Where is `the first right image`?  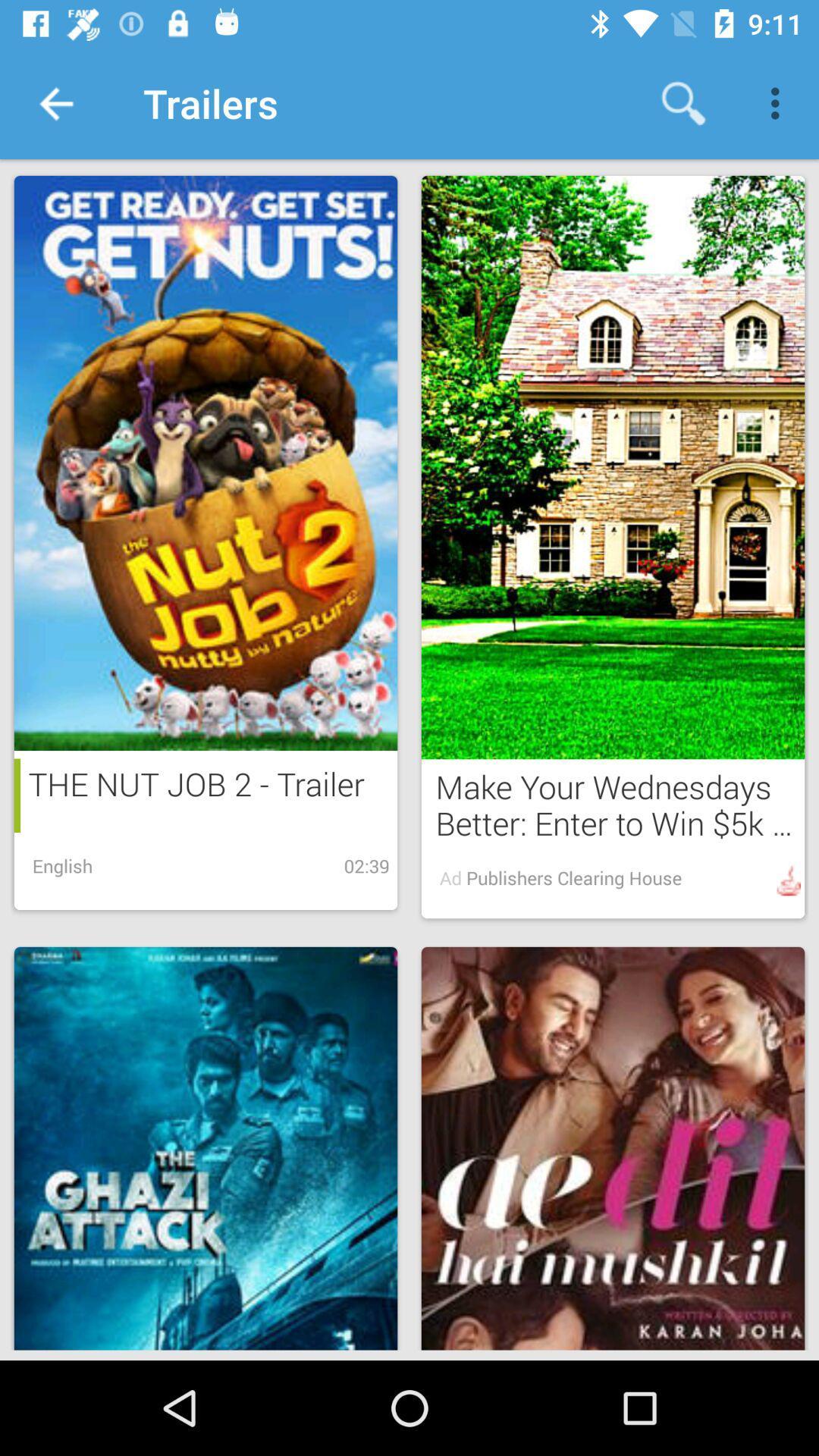 the first right image is located at coordinates (612, 466).